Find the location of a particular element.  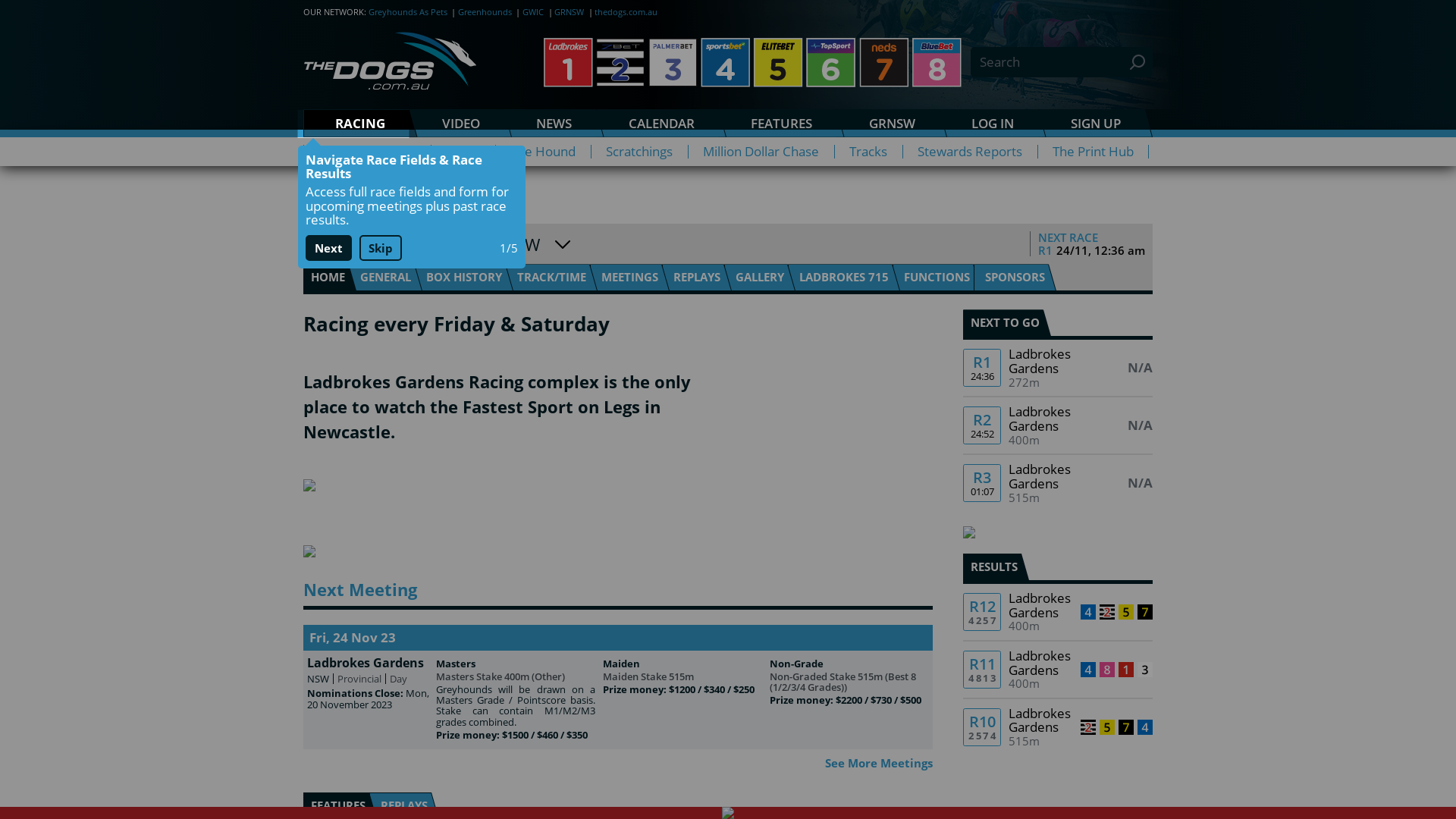

'The Print Hub' is located at coordinates (1093, 152).